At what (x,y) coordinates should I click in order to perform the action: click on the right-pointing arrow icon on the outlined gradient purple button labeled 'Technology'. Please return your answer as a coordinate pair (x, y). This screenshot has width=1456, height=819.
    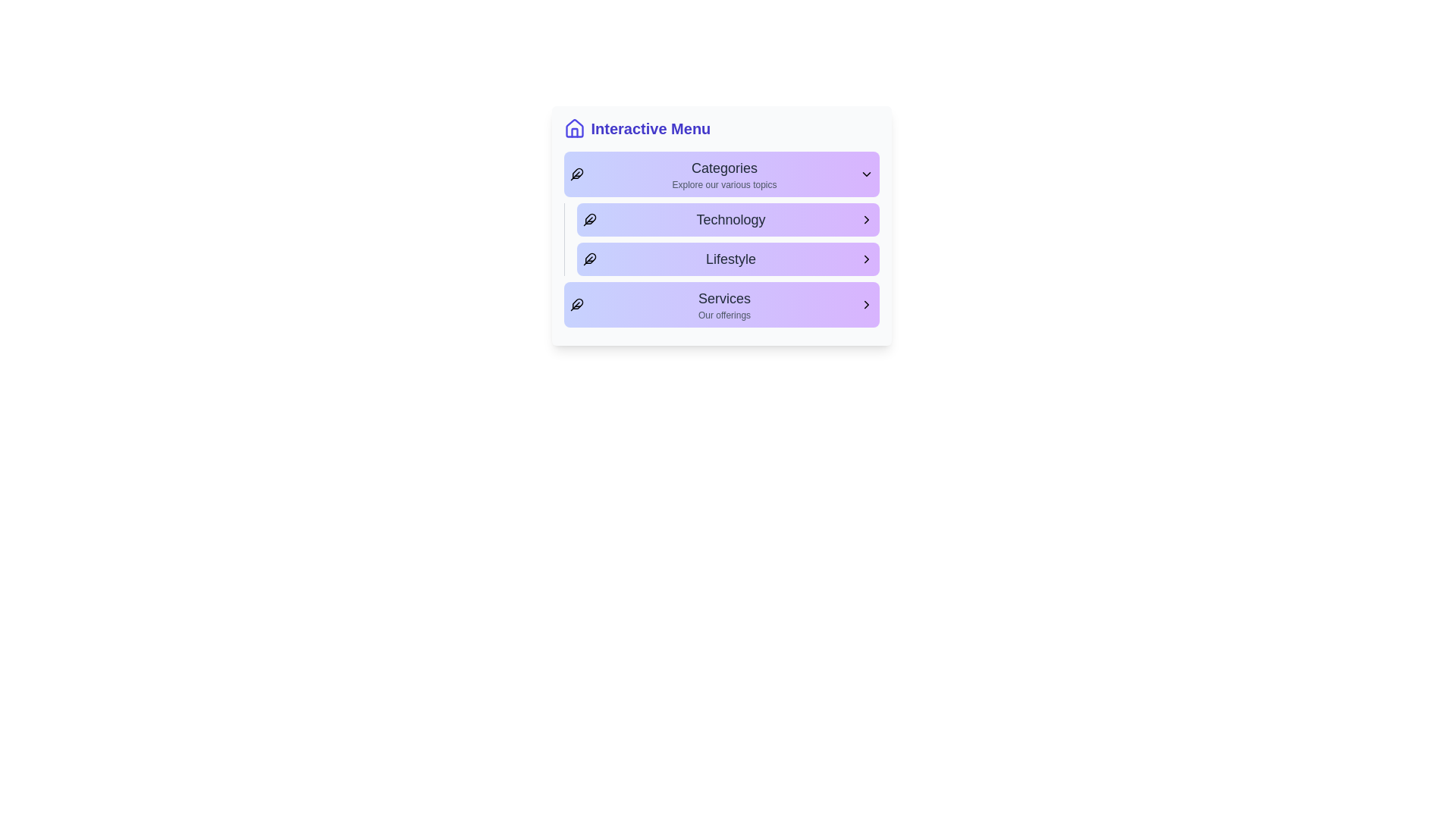
    Looking at the image, I should click on (866, 219).